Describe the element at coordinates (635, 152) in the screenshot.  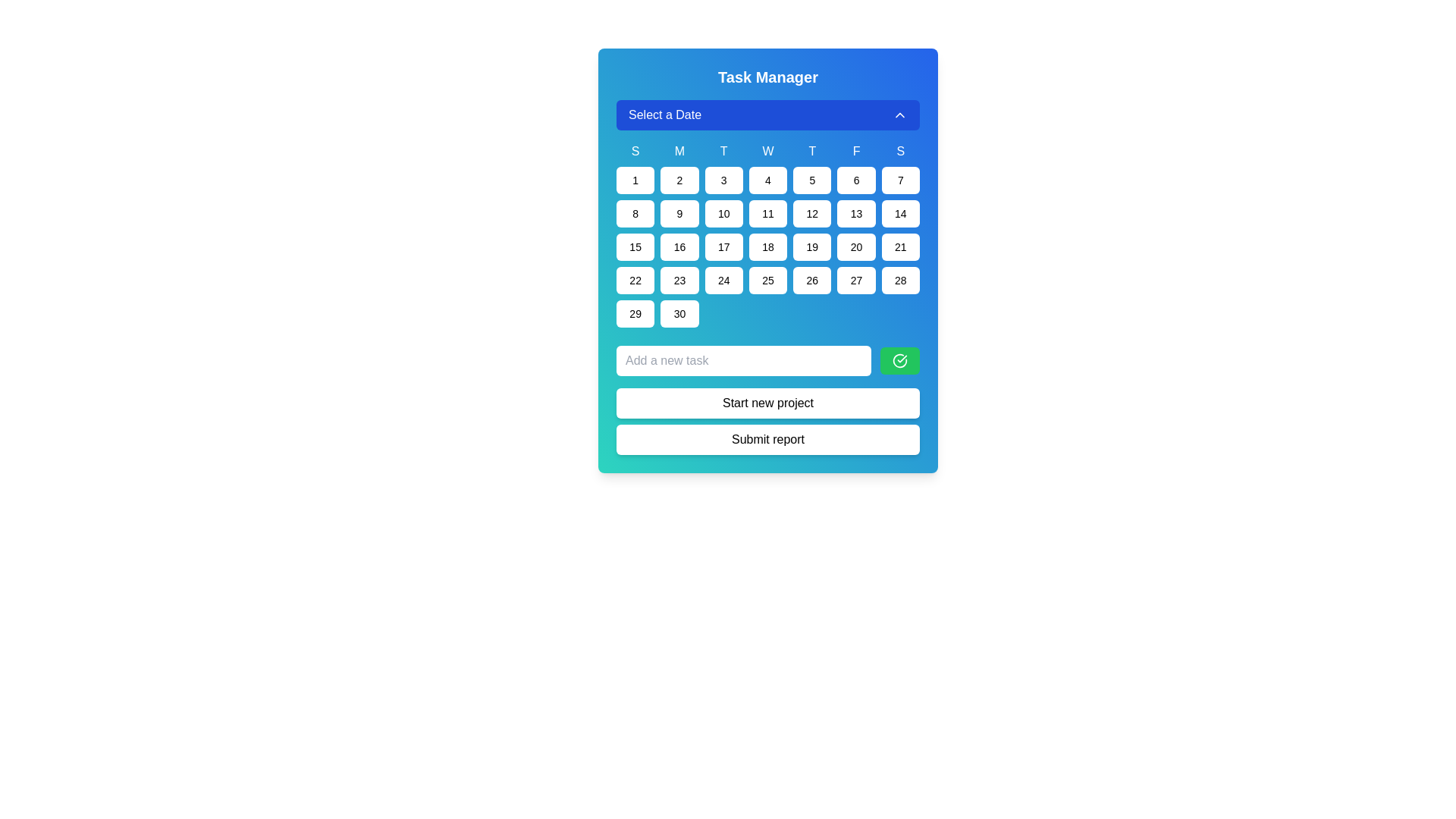
I see `the text label displaying the character 'S' in white font on a blue background, which represents the first day in the row of weekday abbreviations` at that location.